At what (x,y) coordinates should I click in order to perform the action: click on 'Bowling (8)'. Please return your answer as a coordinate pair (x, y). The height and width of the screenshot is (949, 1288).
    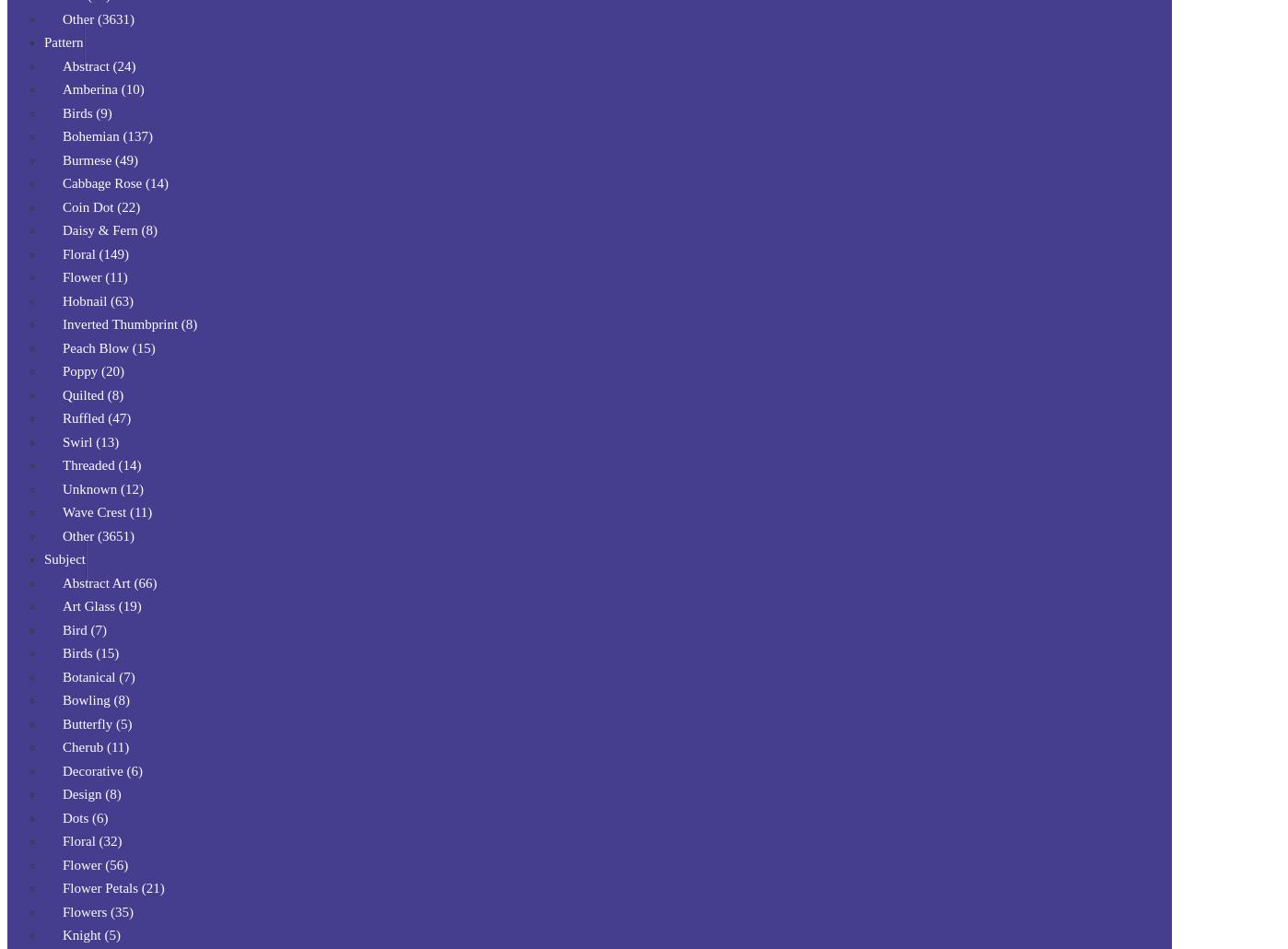
    Looking at the image, I should click on (62, 700).